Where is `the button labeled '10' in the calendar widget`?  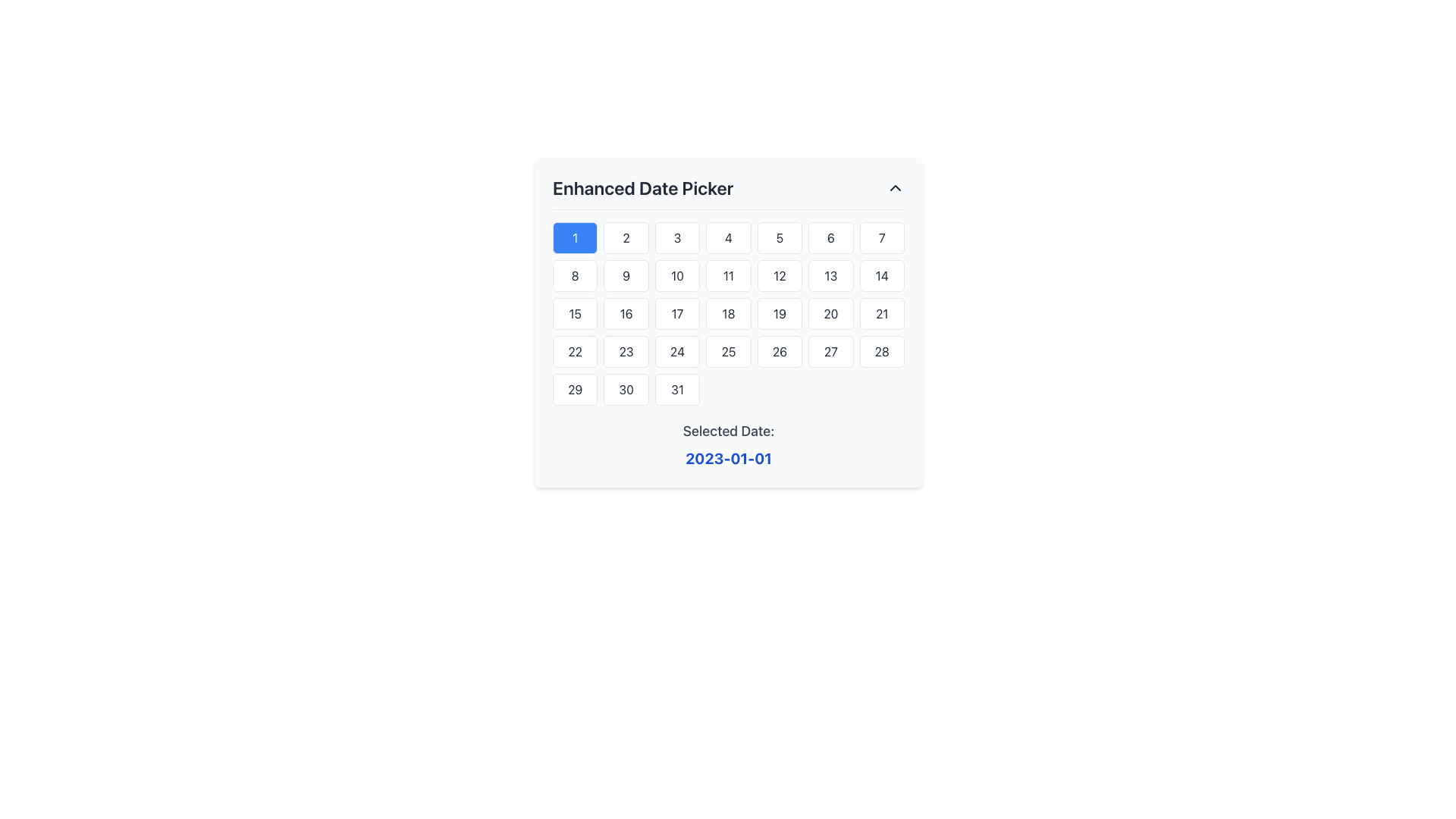 the button labeled '10' in the calendar widget is located at coordinates (676, 275).